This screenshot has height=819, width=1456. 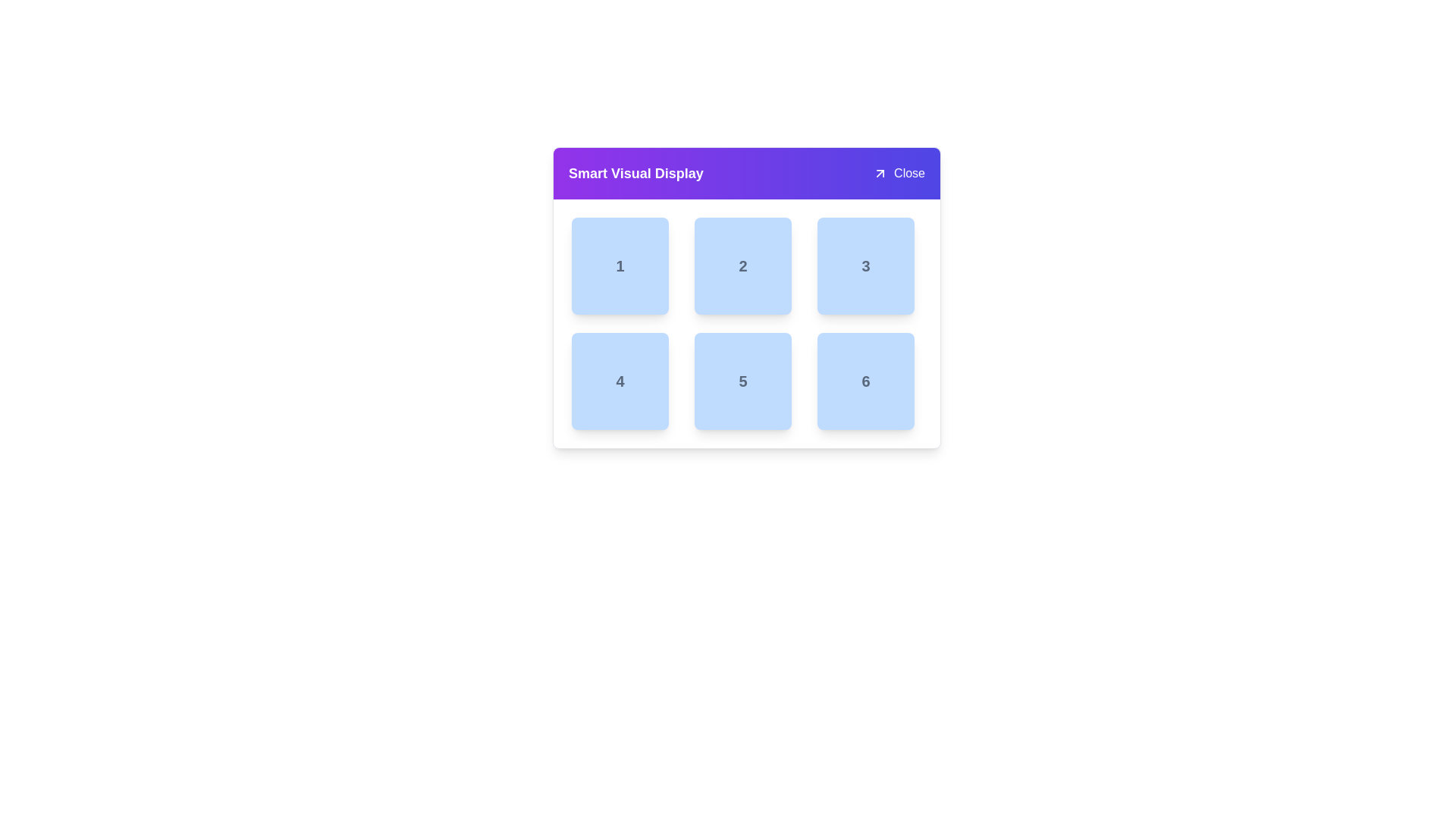 I want to click on the first labeled grid cell in the top-left corner of a 3x2 grid, so click(x=620, y=265).